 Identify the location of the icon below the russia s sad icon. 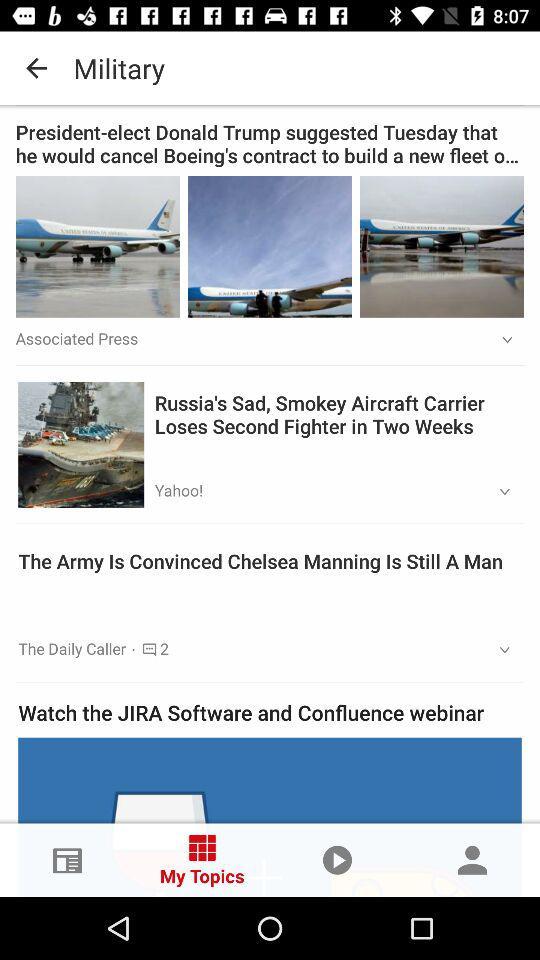
(497, 491).